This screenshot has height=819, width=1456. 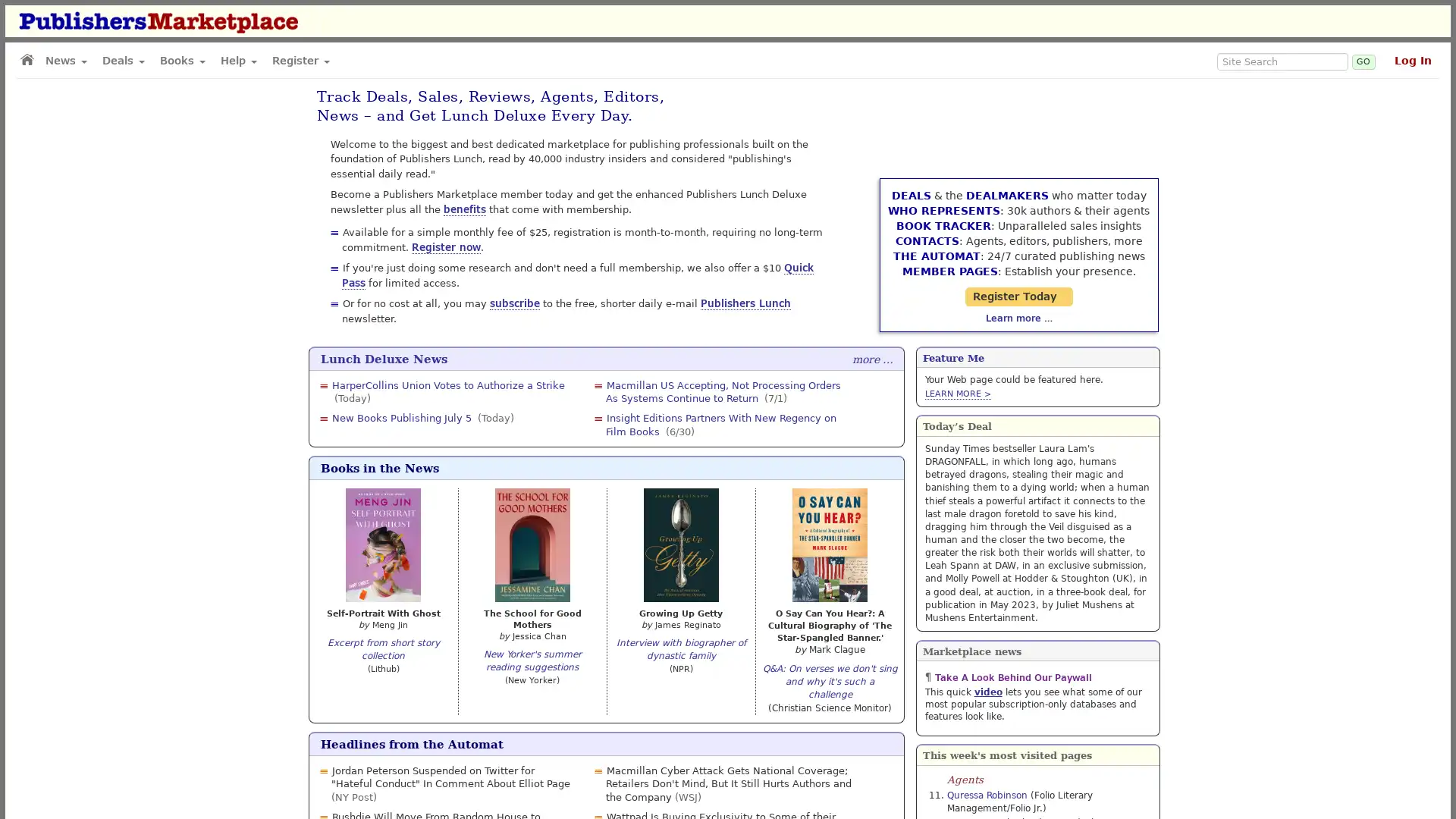 I want to click on GO, so click(x=1363, y=61).